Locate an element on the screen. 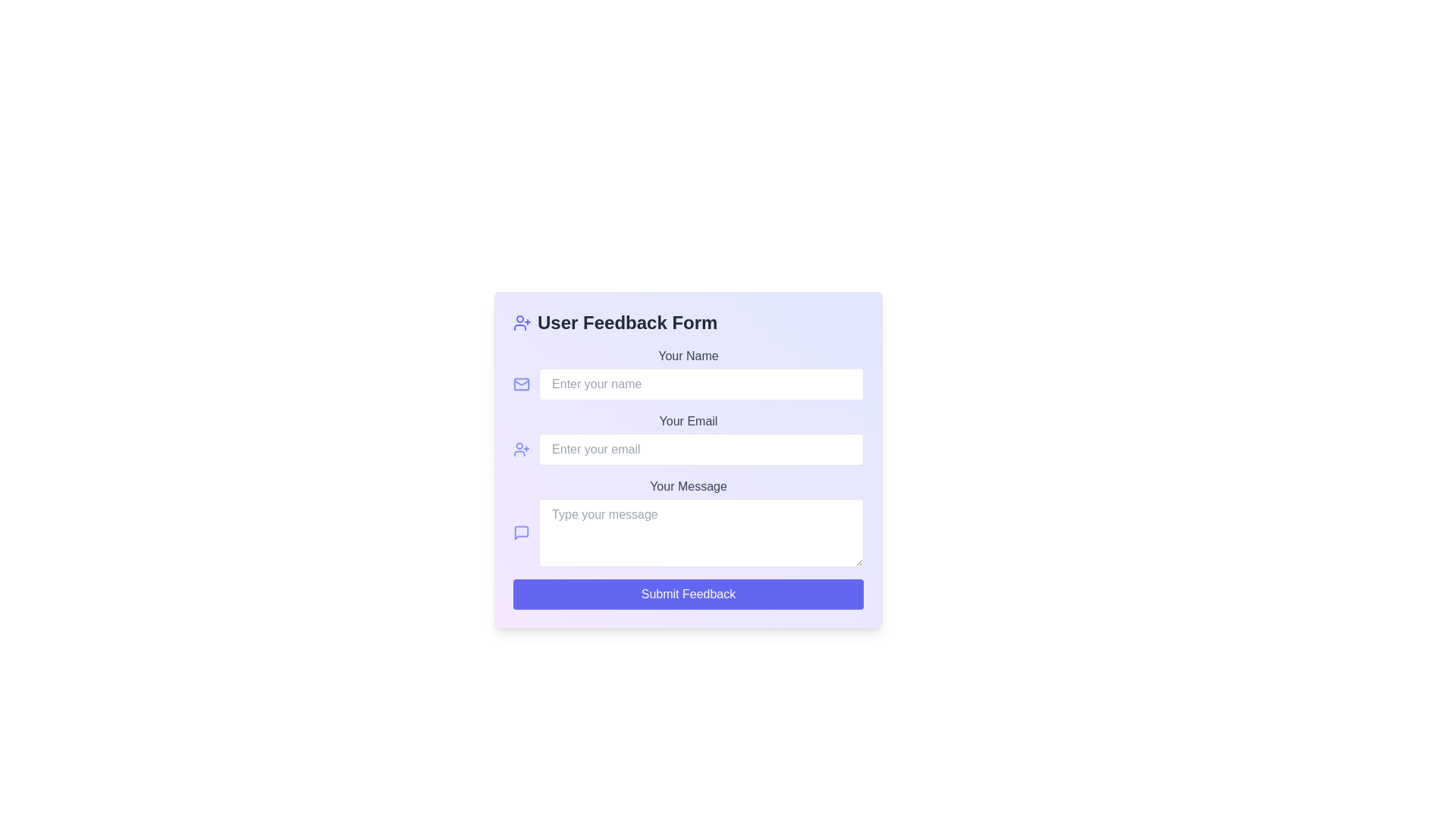  the indigo blue user-plus icon located to the left of the 'User Feedback Form' title is located at coordinates (522, 322).